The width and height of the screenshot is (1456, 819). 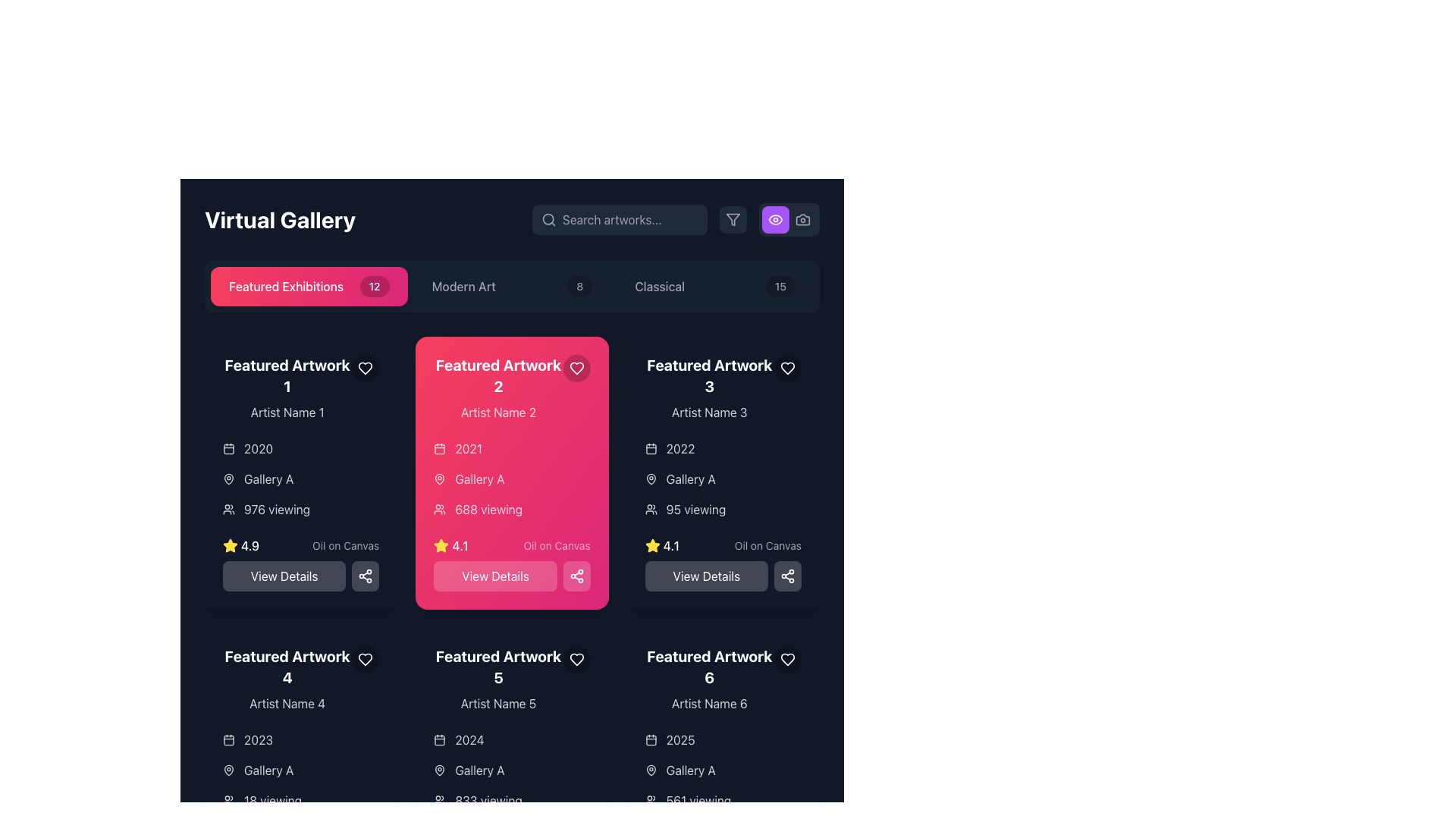 I want to click on the Text label displaying 'Gallery A', located in the leftmost card of the 'Featured Artworks' section, below the location icon, so click(x=268, y=479).